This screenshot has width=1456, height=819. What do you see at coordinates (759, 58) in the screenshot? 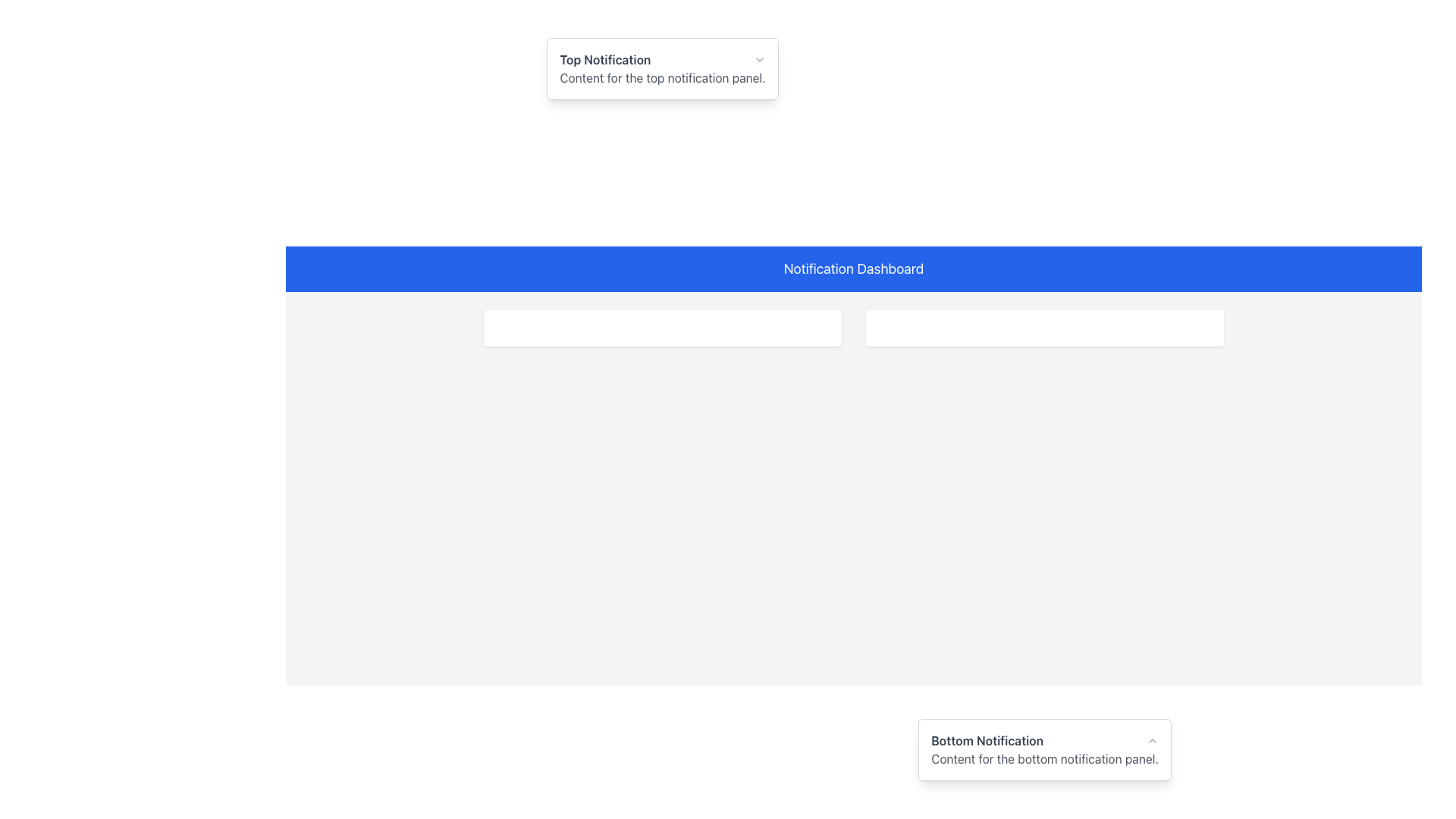
I see `the Dropdown Control, which features a small downward-pointing chevron icon that changes color to red on hover, located in the Top Notification section near the upper-right corner` at bounding box center [759, 58].